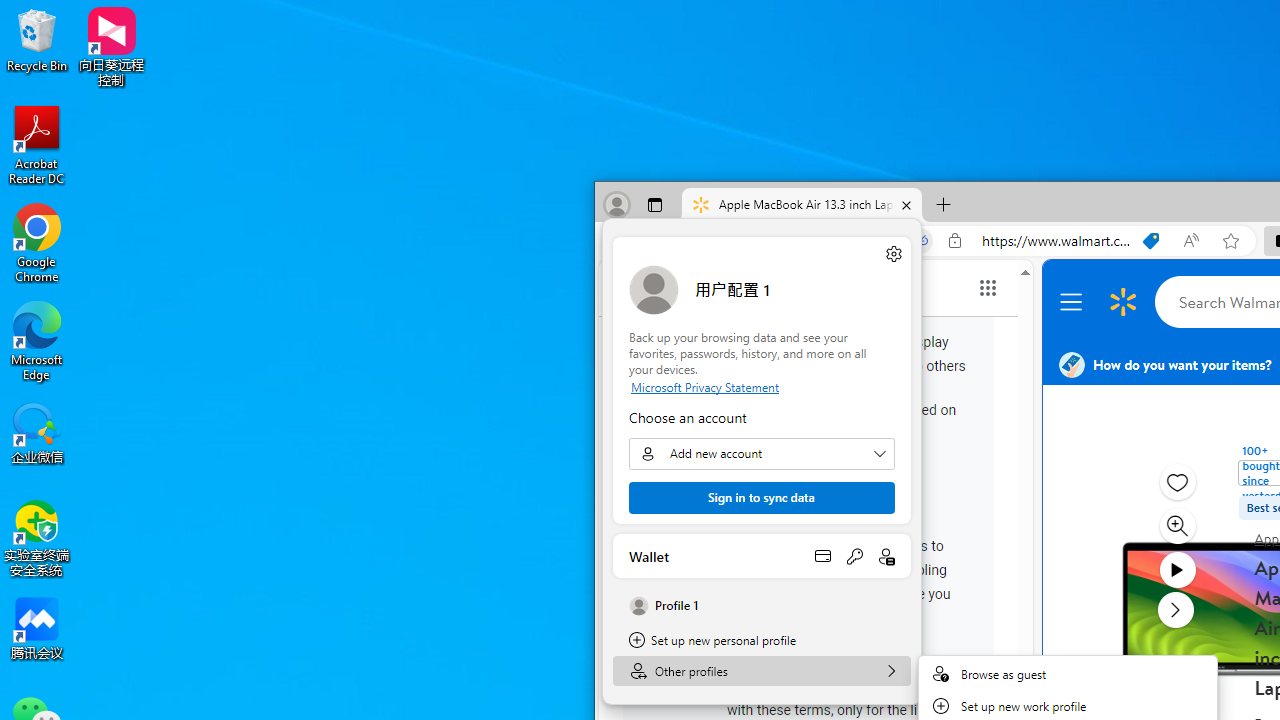 The height and width of the screenshot is (720, 1280). Describe the element at coordinates (1176, 525) in the screenshot. I see `'Zoom image modal'` at that location.